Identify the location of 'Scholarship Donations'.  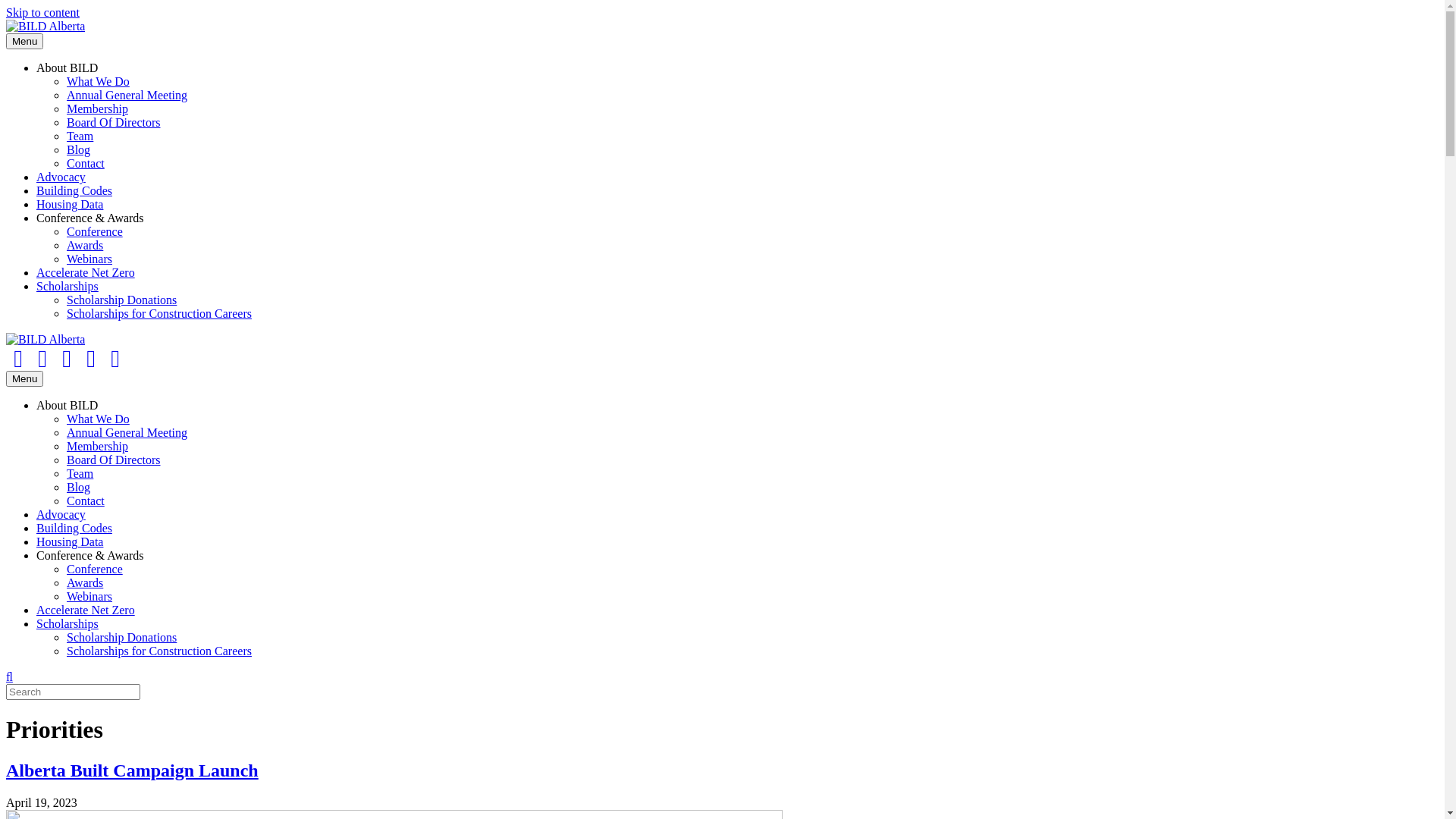
(121, 637).